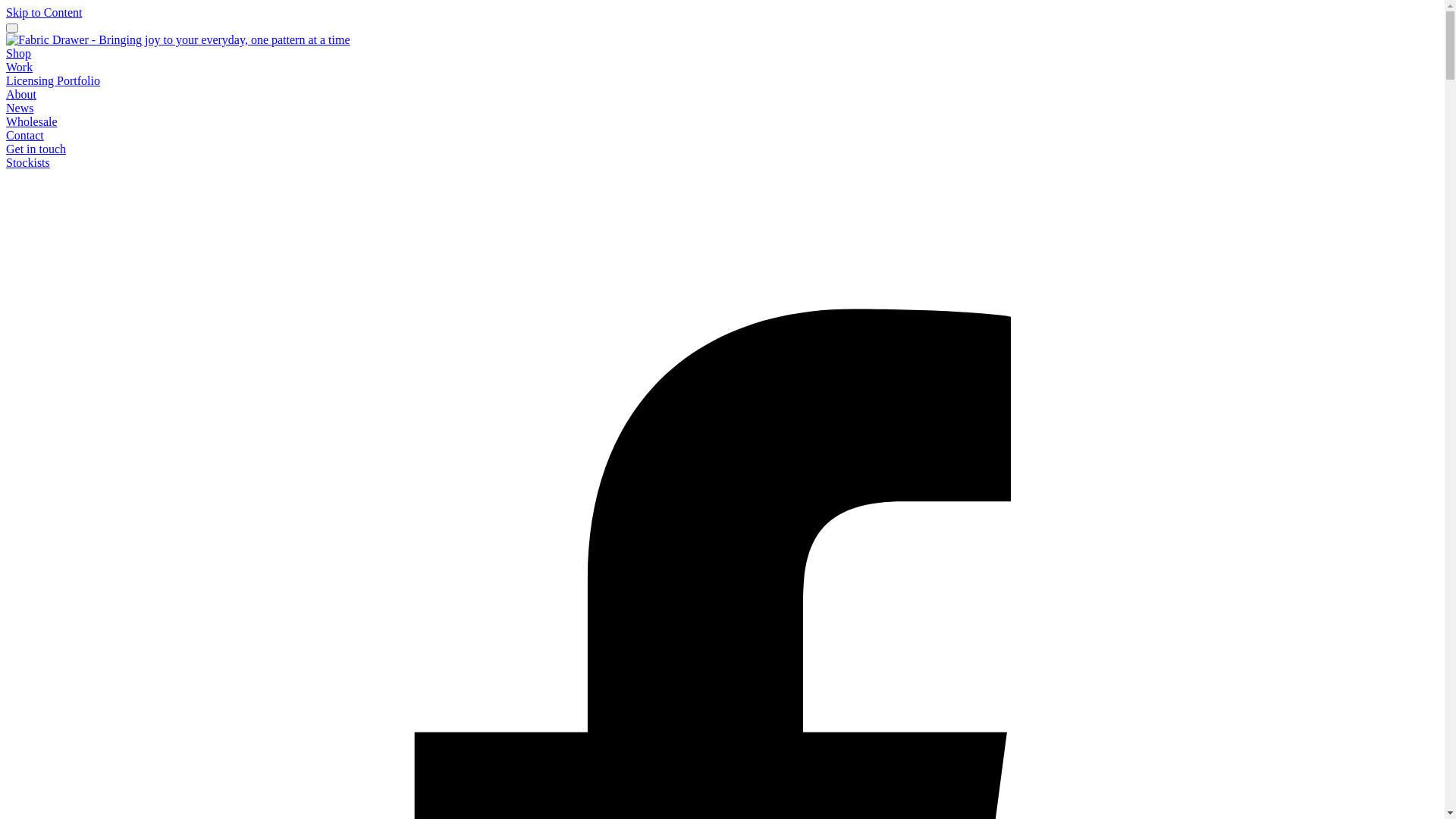  Describe the element at coordinates (53, 80) in the screenshot. I see `'Licensing Portfolio'` at that location.